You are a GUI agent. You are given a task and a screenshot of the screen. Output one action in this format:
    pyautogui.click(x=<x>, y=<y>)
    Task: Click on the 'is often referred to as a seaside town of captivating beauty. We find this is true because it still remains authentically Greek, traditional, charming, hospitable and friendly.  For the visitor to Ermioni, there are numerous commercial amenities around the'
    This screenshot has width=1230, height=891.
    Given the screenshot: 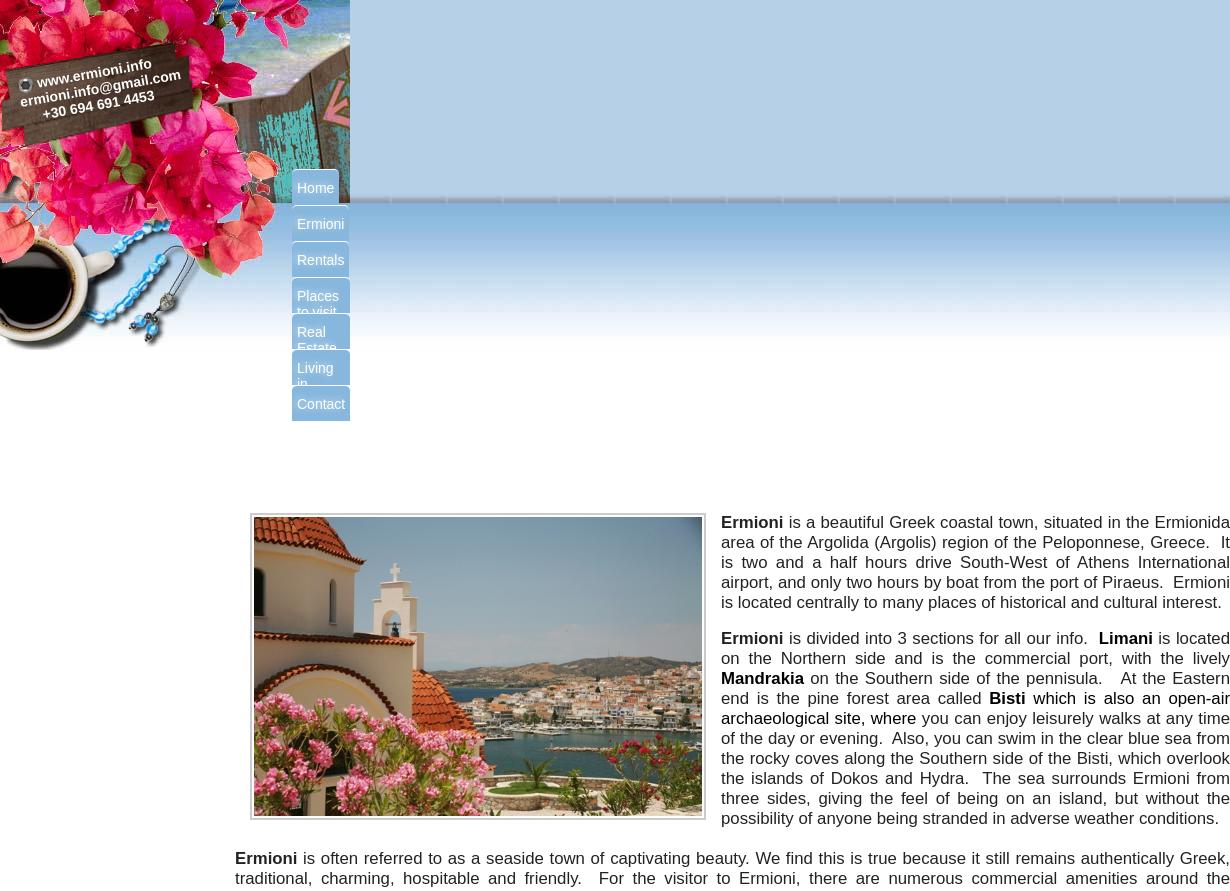 What is the action you would take?
    pyautogui.click(x=732, y=867)
    